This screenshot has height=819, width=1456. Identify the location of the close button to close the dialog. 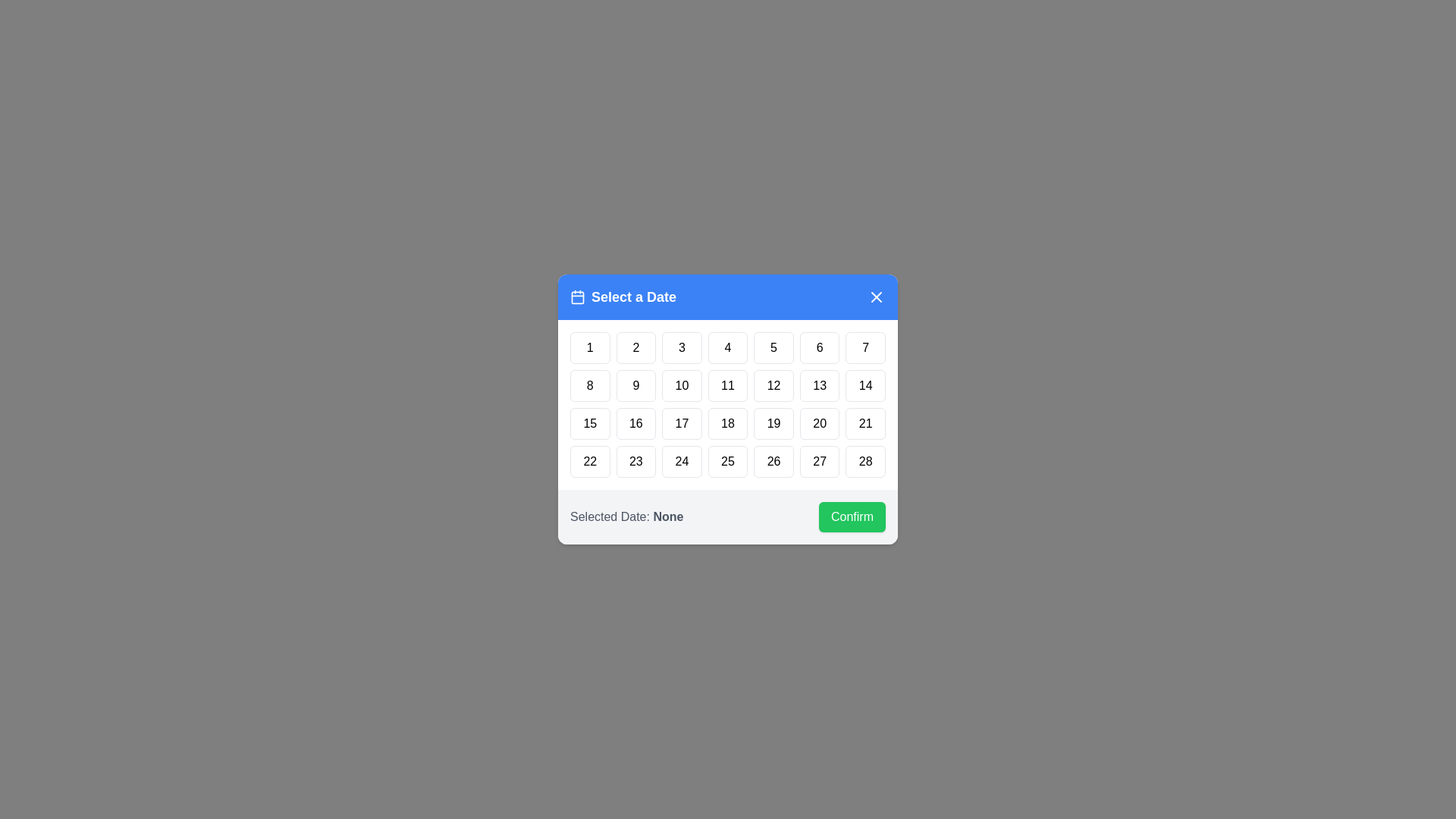
(877, 297).